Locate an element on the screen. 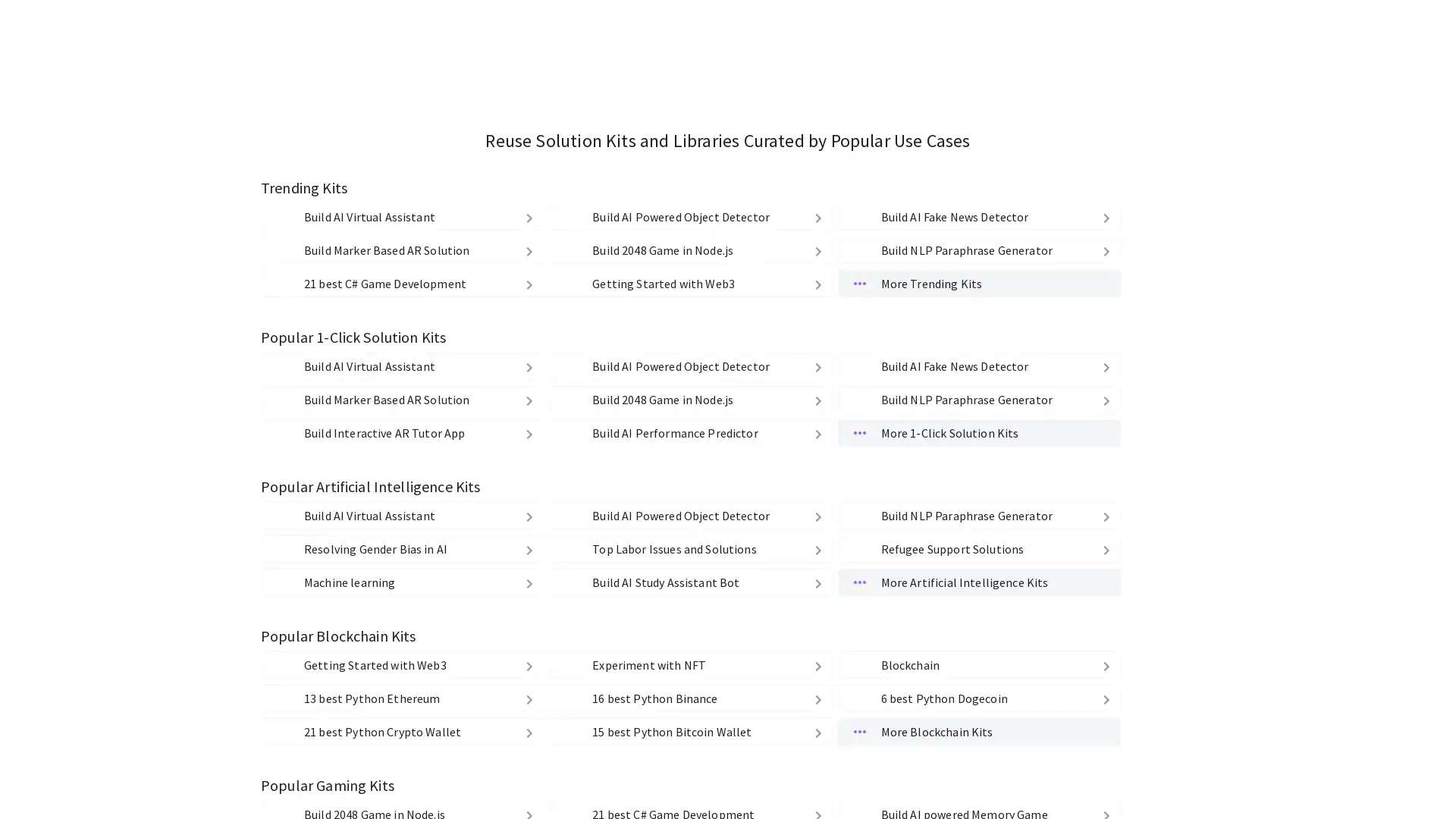 This screenshot has height=819, width=1456. marker-based-ar-kit-using-mindar Build Marker Based AR Solution is located at coordinates (402, 780).